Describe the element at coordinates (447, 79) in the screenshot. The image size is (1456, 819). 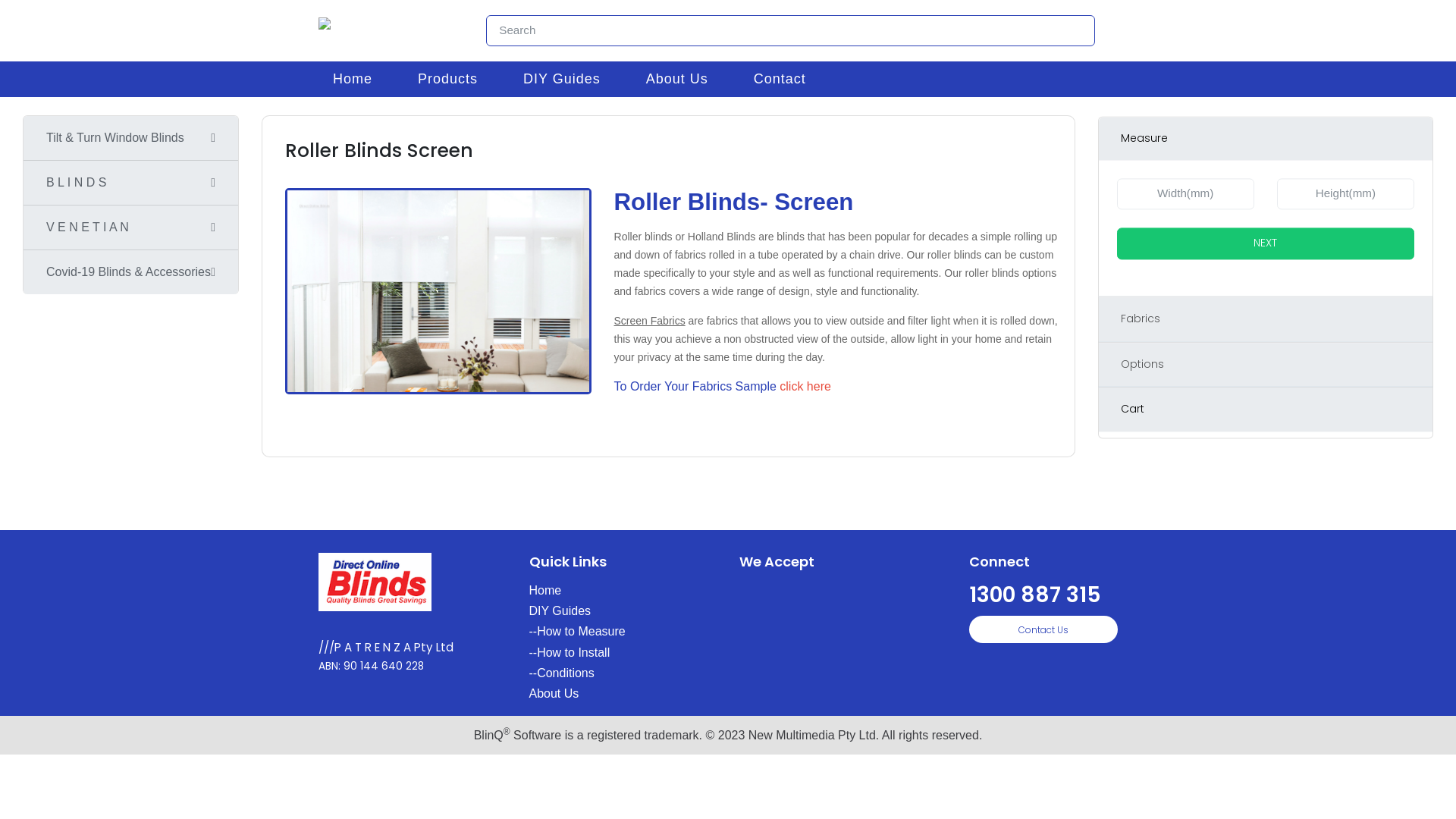
I see `'Products'` at that location.